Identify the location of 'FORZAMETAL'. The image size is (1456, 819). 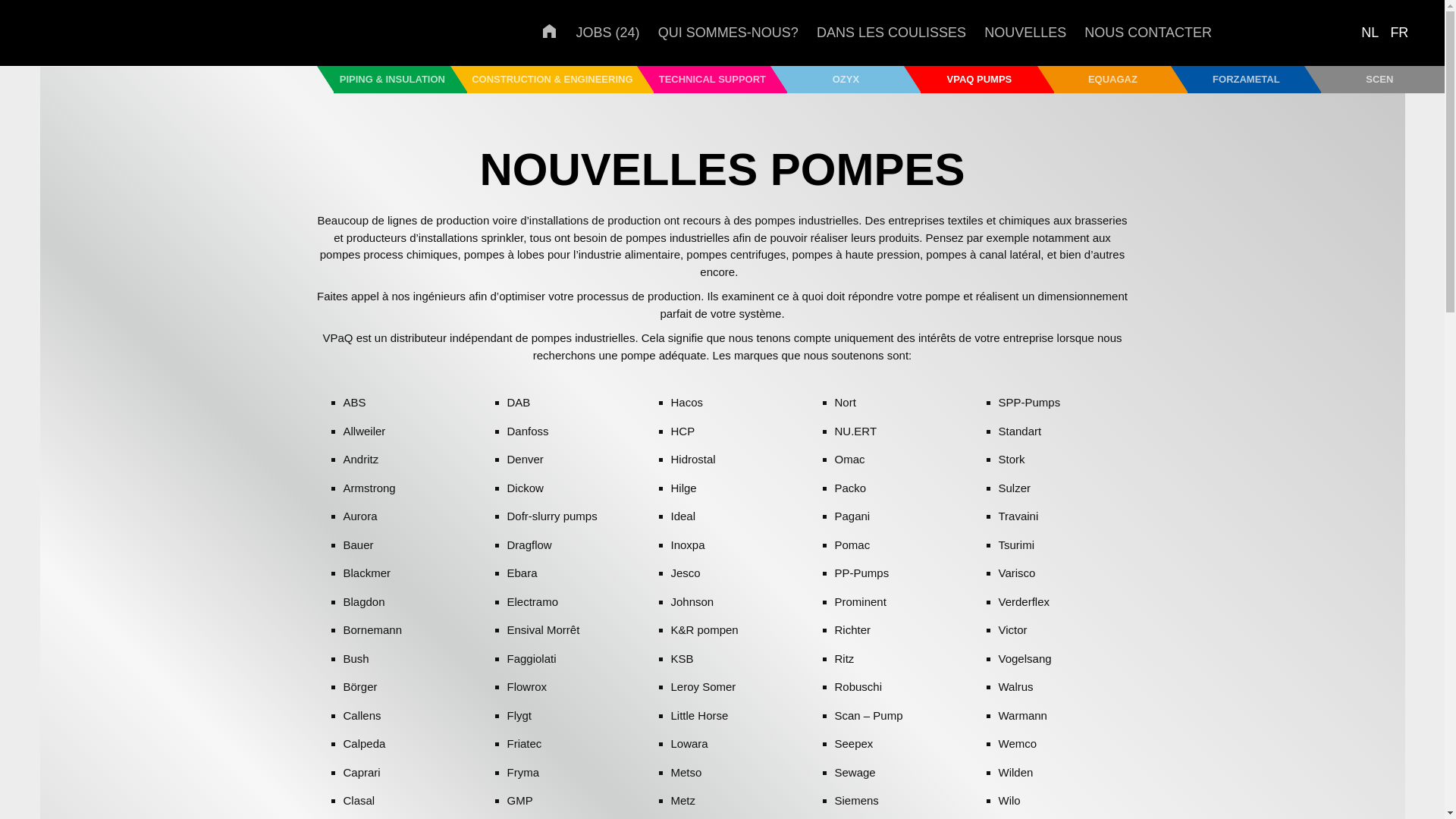
(1256, 79).